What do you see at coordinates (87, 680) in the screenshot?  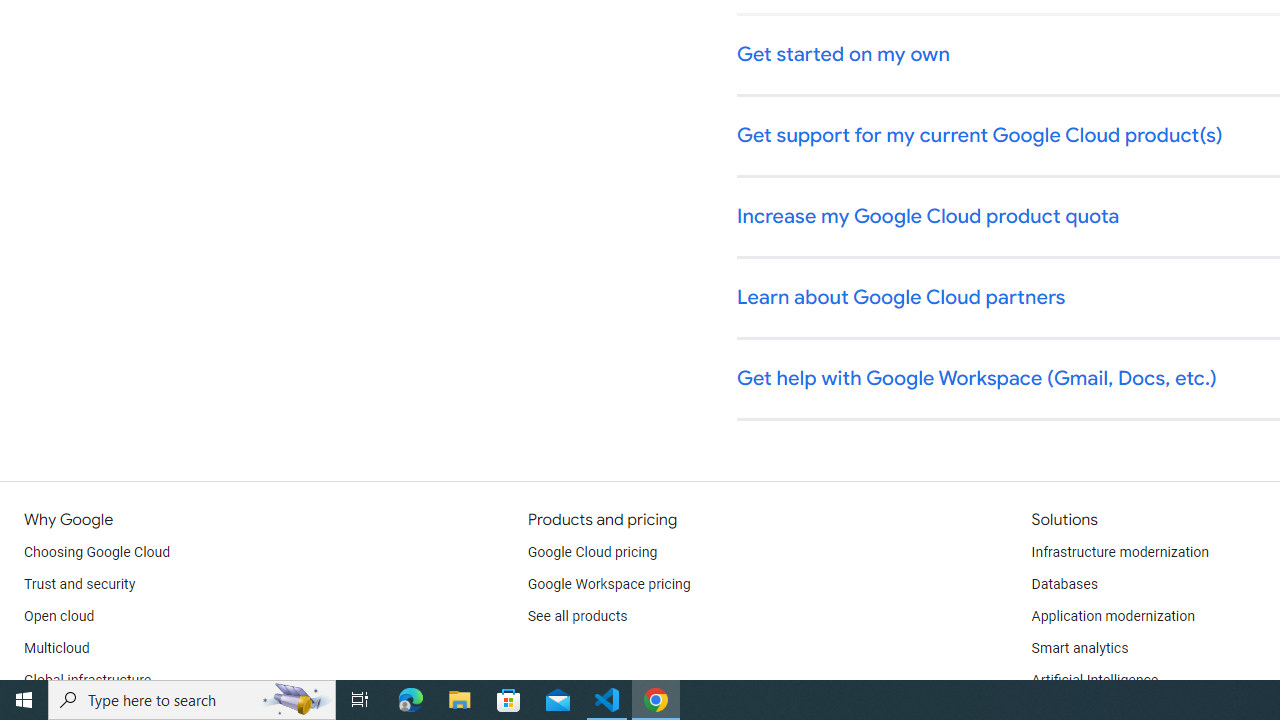 I see `'Global infrastructure'` at bounding box center [87, 680].